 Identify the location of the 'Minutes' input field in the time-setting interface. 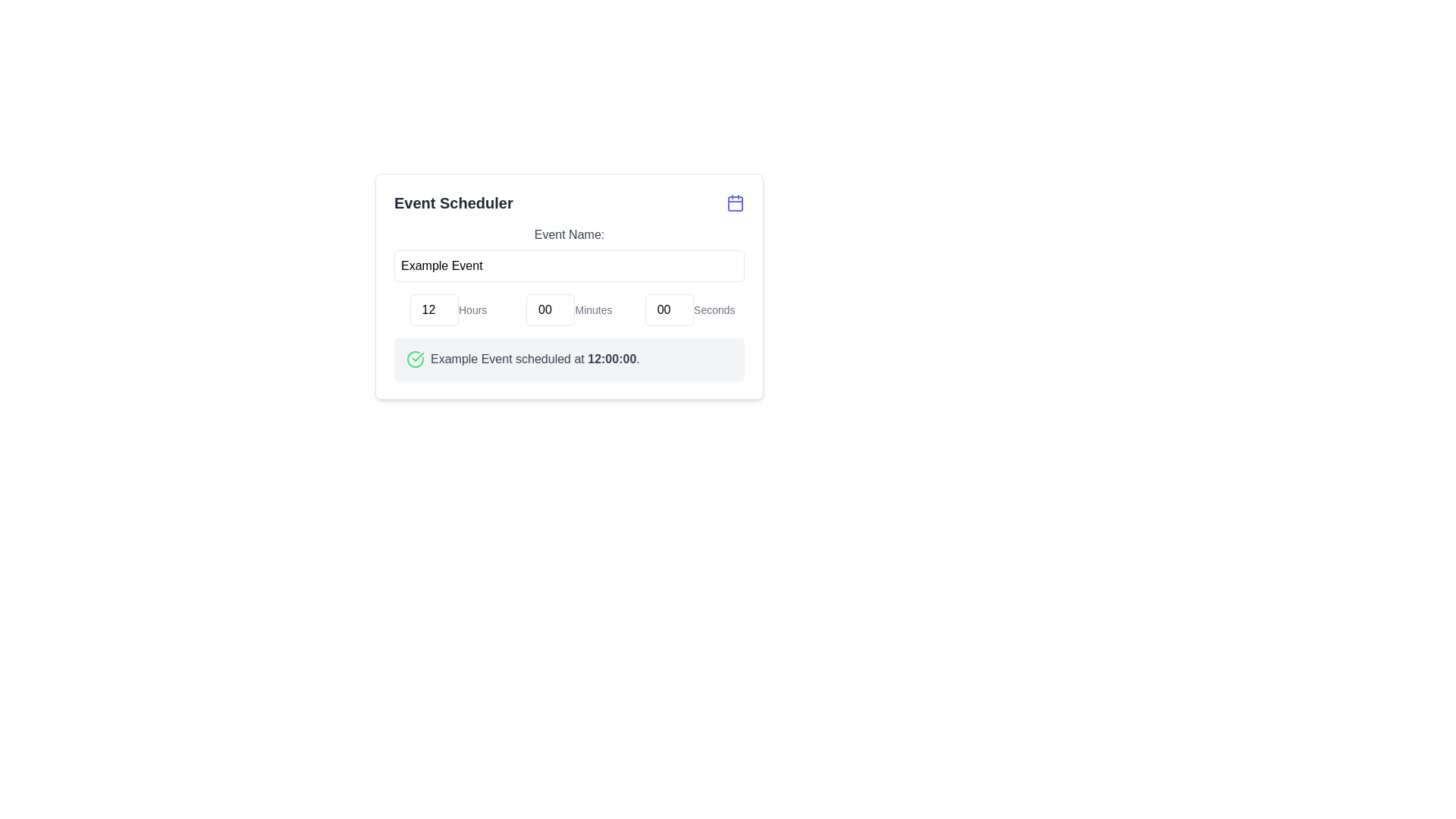
(550, 309).